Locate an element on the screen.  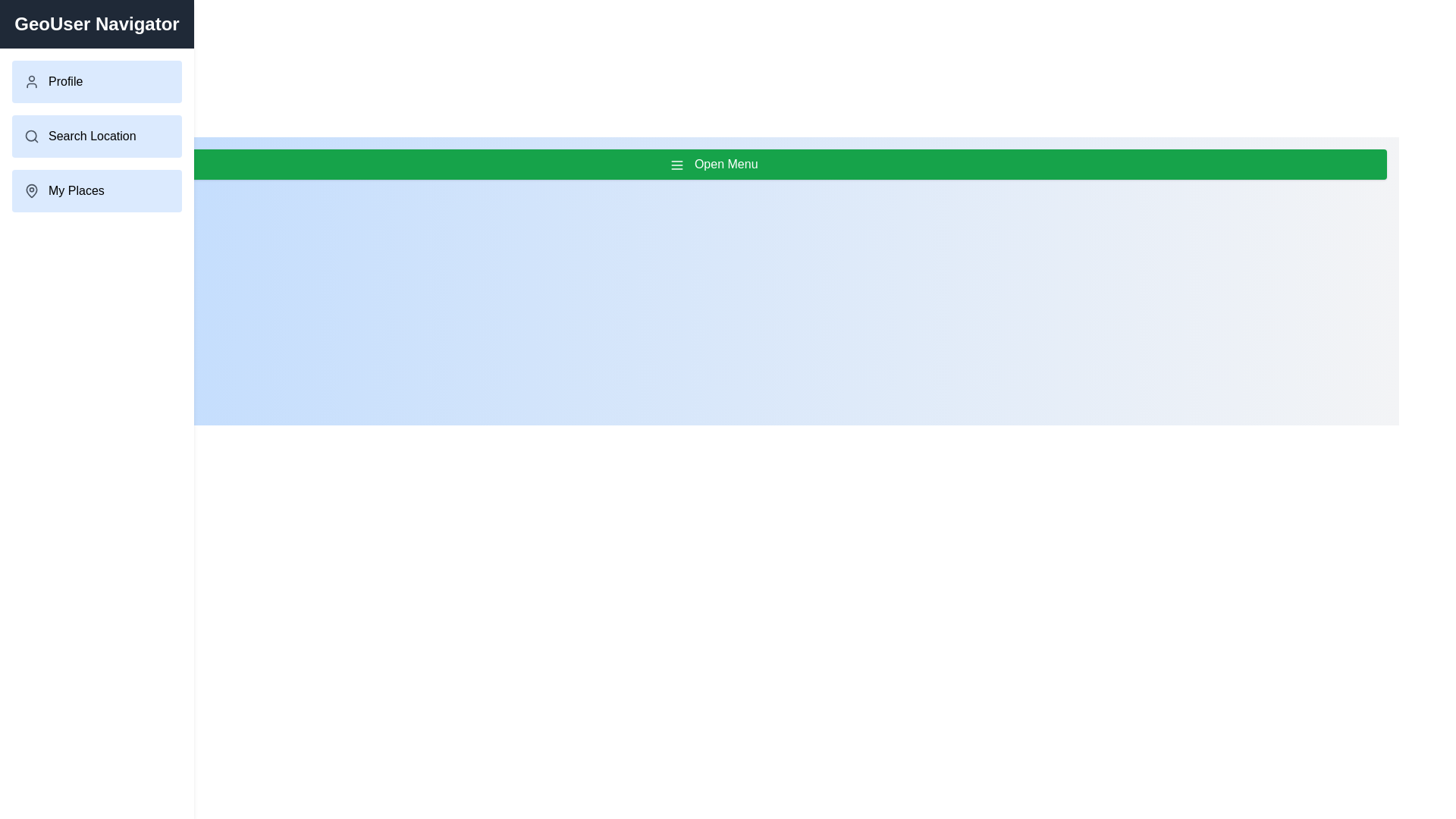
the 'Open Menu' button to toggle the drawer menu is located at coordinates (713, 164).